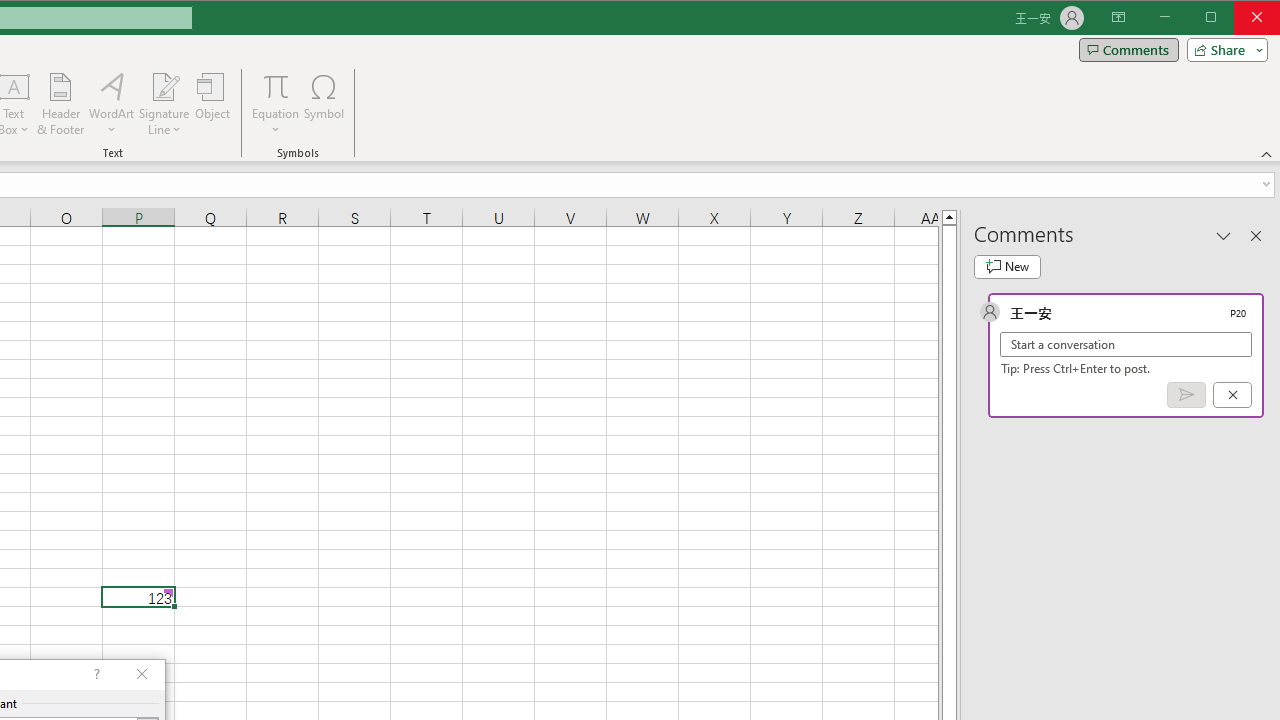  What do you see at coordinates (1231, 395) in the screenshot?
I see `'Cancel'` at bounding box center [1231, 395].